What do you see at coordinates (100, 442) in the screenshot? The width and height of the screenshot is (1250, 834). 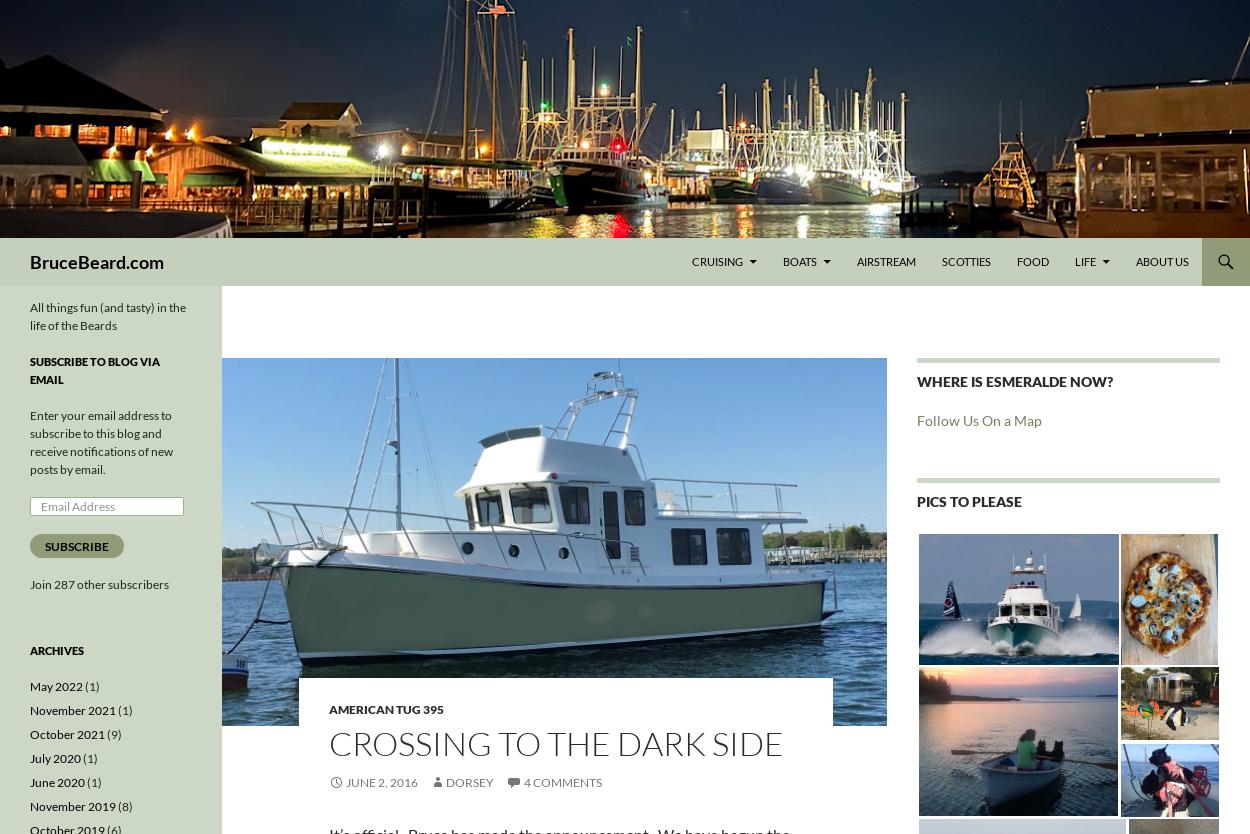 I see `'Enter your email address to subscribe to this blog and receive notifications of new posts by email.'` at bounding box center [100, 442].